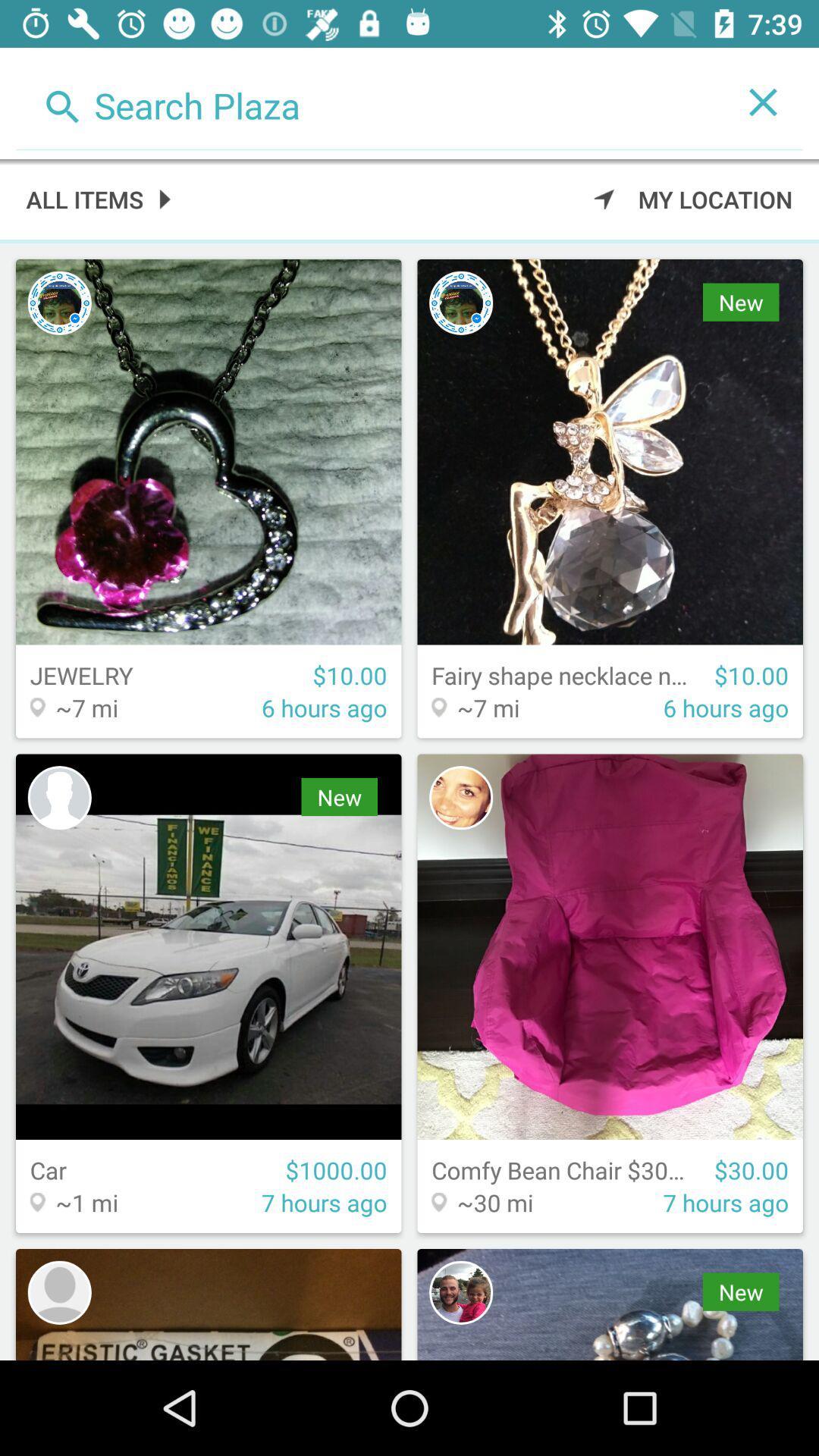 Image resolution: width=819 pixels, height=1456 pixels. I want to click on the my location icon, so click(693, 198).